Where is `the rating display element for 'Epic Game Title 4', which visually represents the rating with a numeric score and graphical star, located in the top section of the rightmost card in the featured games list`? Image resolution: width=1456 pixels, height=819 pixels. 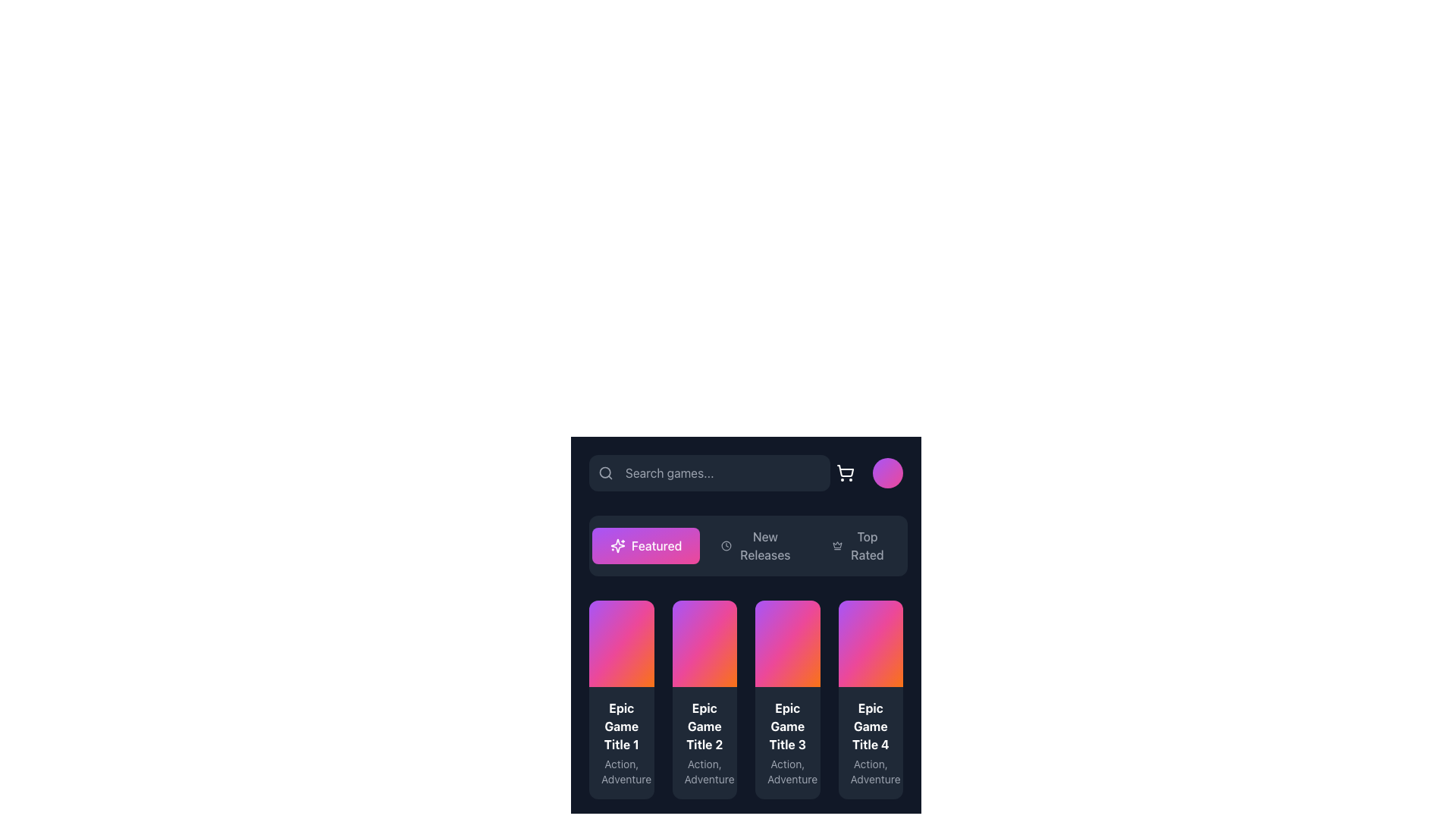 the rating display element for 'Epic Game Title 4', which visually represents the rating with a numeric score and graphical star, located in the top section of the rightmost card in the featured games list is located at coordinates (871, 628).